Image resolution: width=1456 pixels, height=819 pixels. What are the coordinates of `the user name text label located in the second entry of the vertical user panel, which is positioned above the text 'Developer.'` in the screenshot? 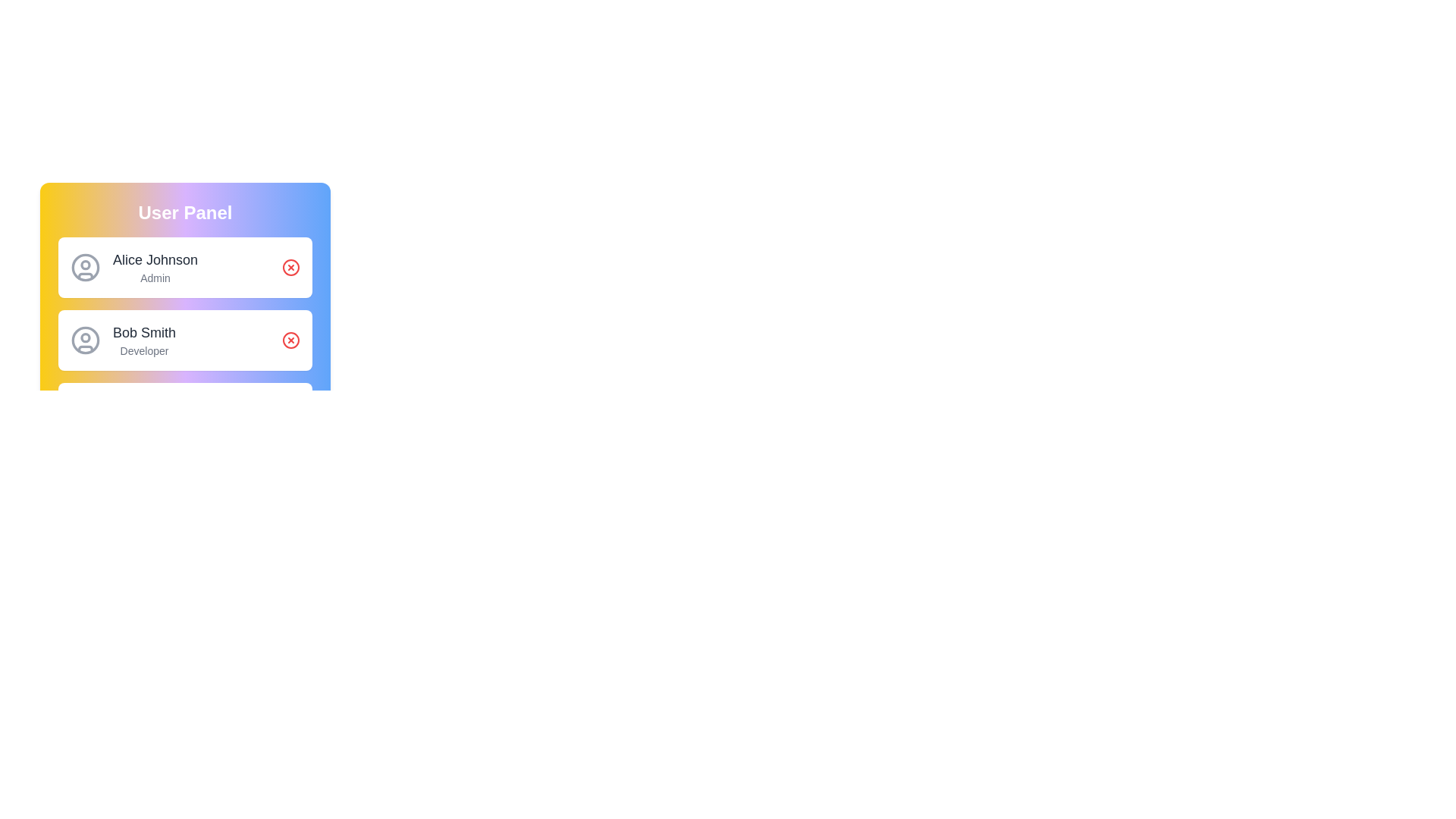 It's located at (144, 332).